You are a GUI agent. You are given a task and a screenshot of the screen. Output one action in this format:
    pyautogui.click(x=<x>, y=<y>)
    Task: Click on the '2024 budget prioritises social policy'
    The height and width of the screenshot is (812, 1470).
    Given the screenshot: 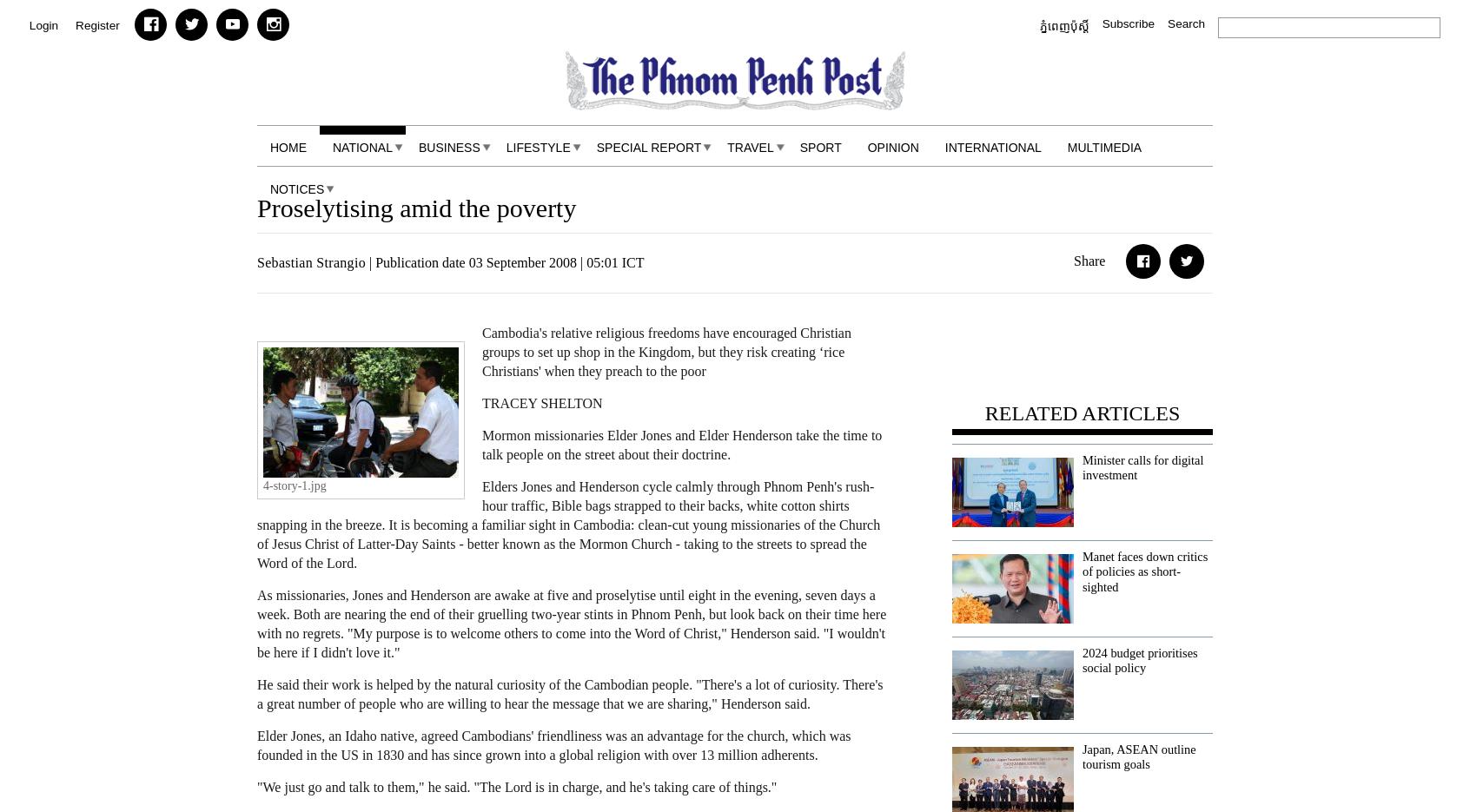 What is the action you would take?
    pyautogui.click(x=1082, y=659)
    